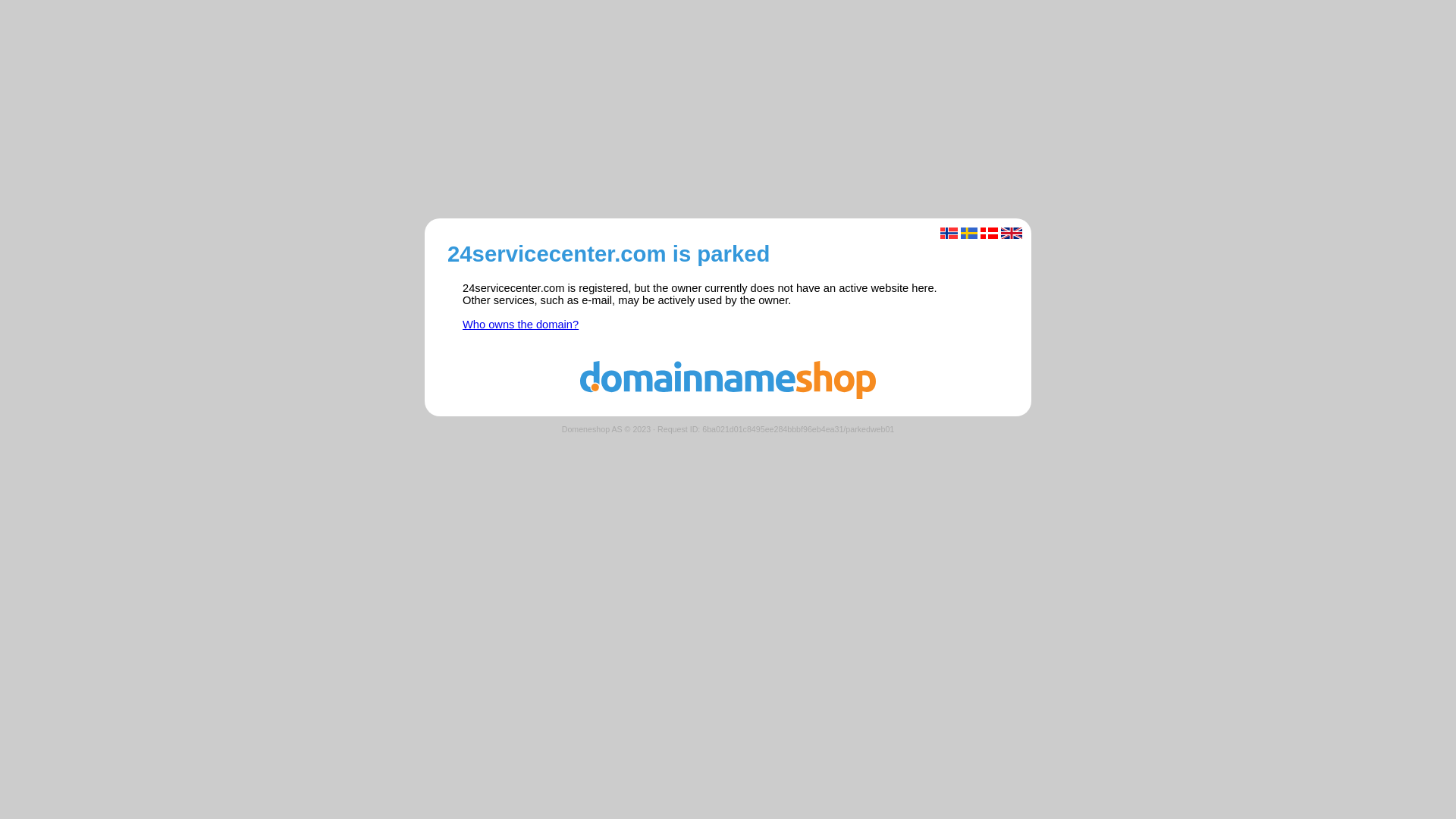 The height and width of the screenshot is (819, 1456). Describe the element at coordinates (948, 233) in the screenshot. I see `'Norsk'` at that location.